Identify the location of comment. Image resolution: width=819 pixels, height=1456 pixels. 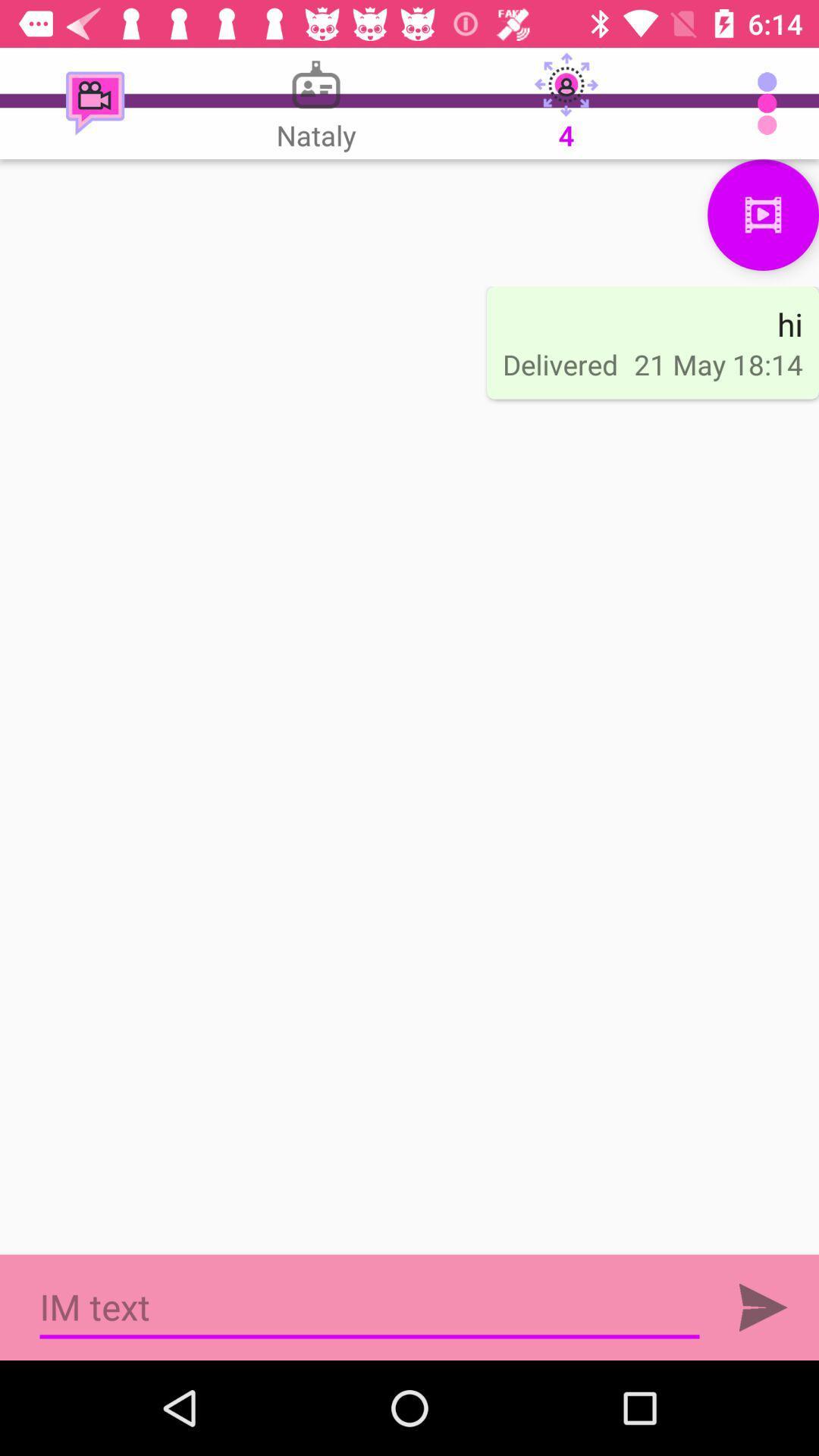
(763, 1307).